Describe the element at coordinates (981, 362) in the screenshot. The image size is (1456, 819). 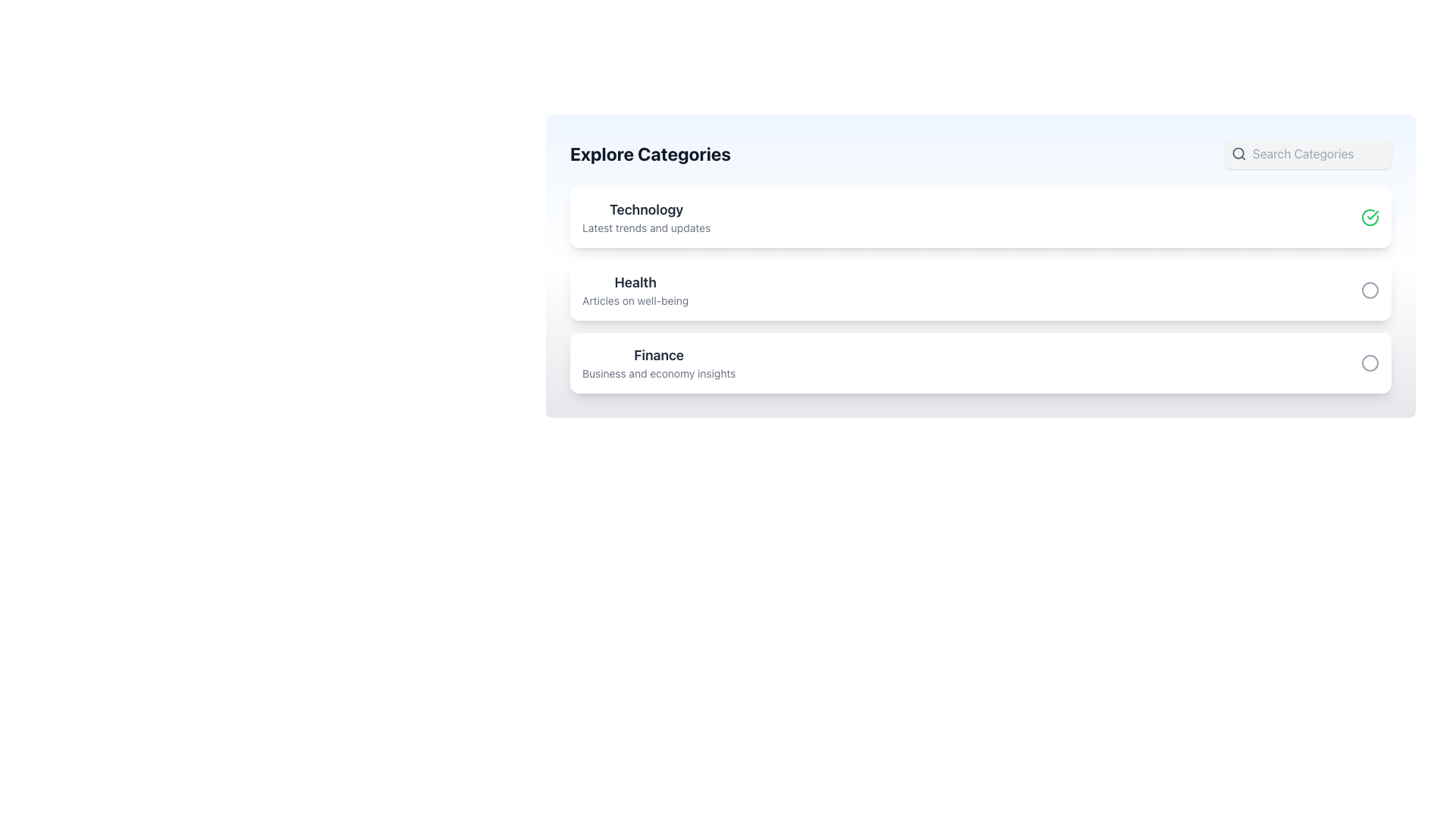
I see `the 'Finance' category selectable list item, which is the third item in the 'Explore Categories' list, located below 'Technology' and 'Health'` at that location.